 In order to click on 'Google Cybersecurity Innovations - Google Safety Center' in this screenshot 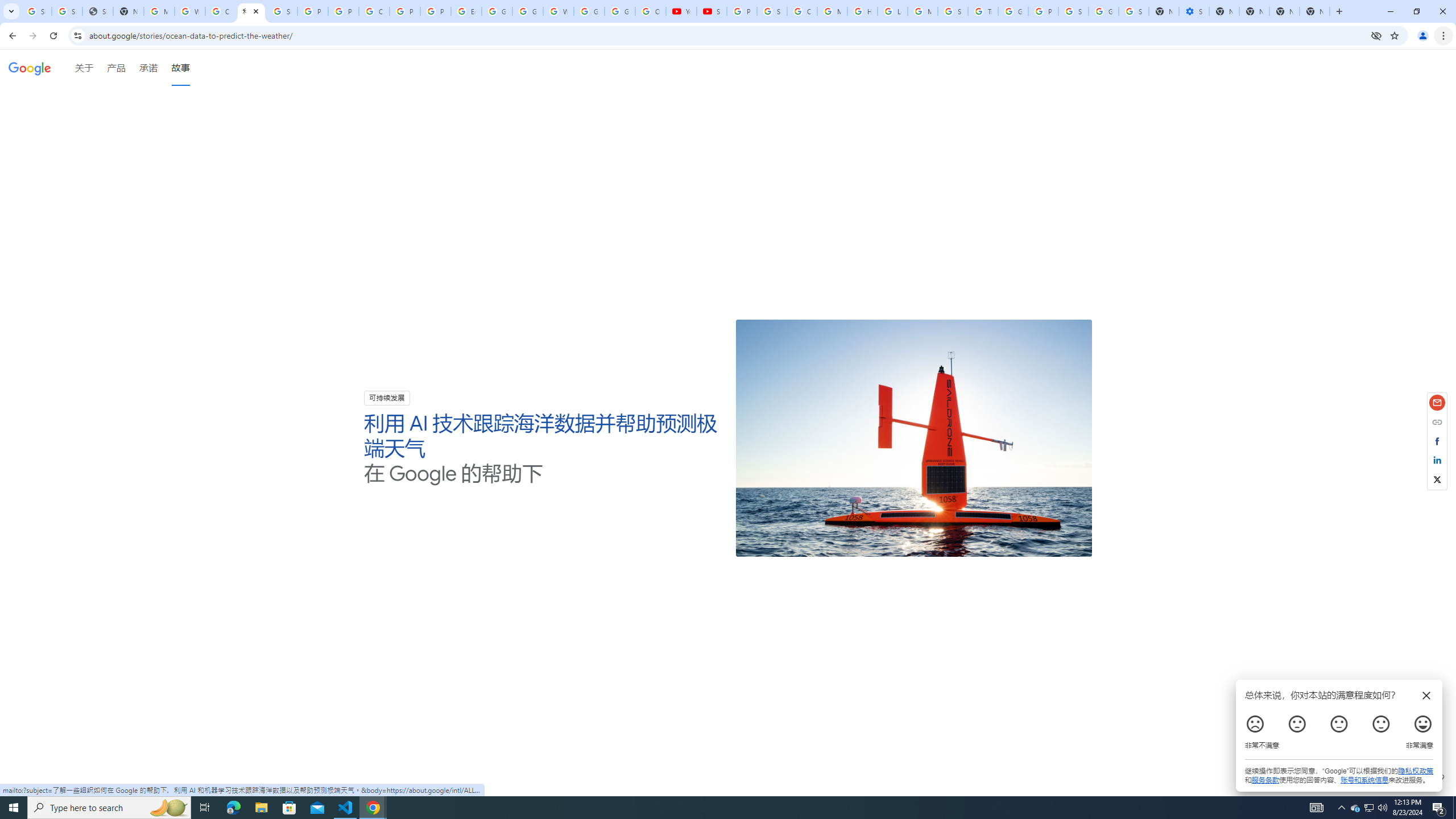, I will do `click(1103, 11)`.